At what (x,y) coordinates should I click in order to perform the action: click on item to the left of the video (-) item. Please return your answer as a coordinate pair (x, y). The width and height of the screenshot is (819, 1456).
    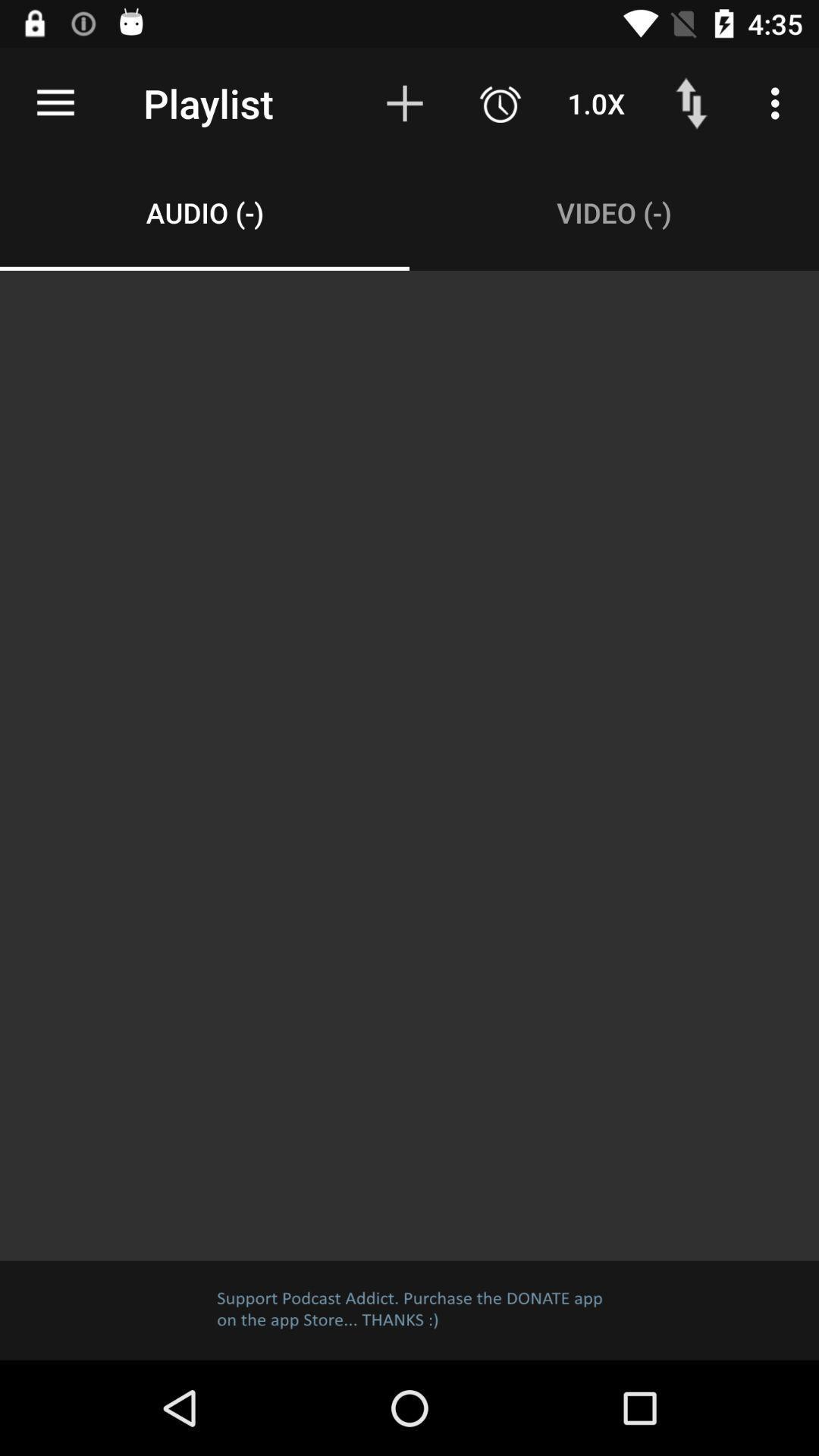
    Looking at the image, I should click on (205, 212).